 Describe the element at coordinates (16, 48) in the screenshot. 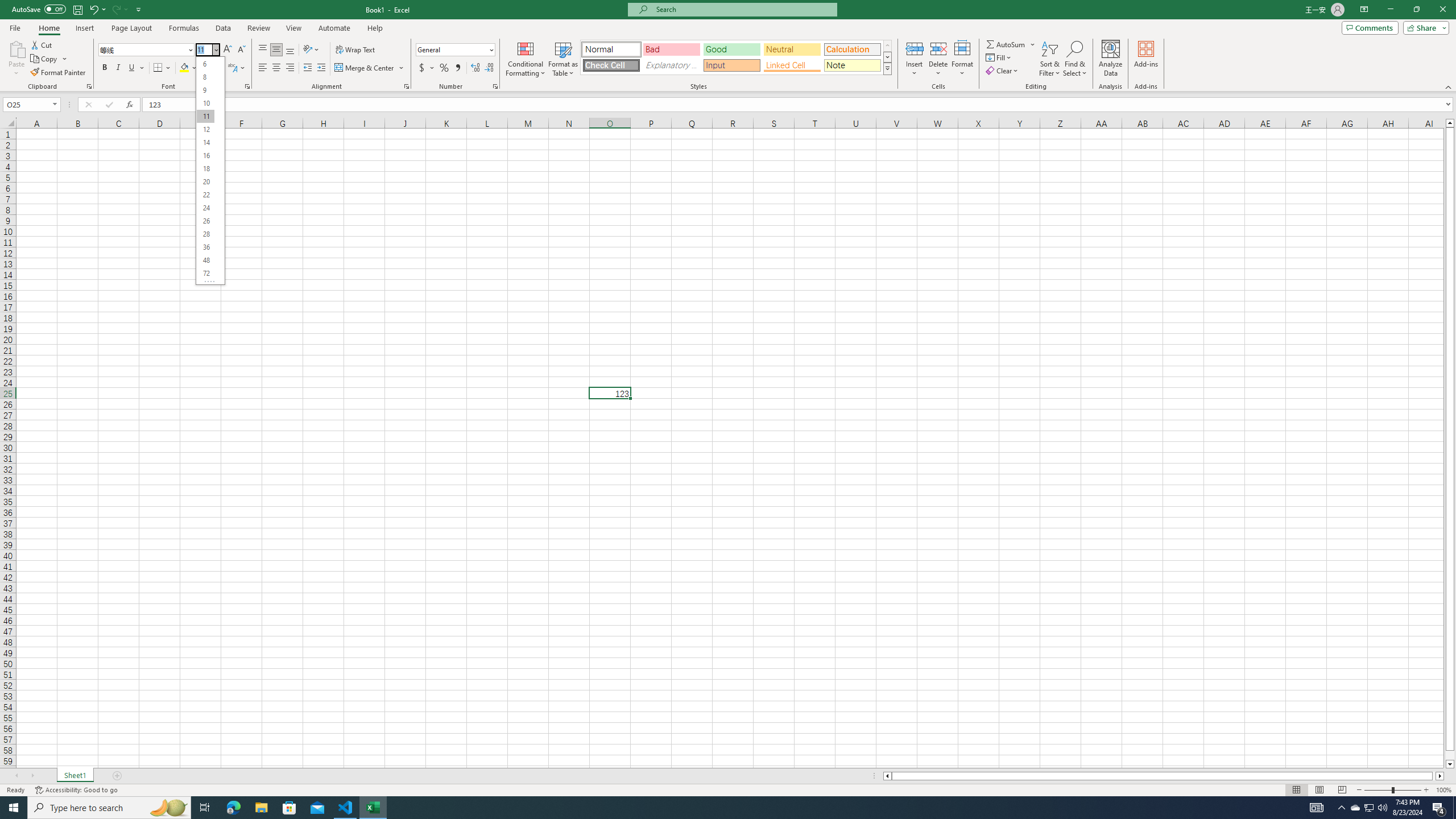

I see `'Paste'` at that location.